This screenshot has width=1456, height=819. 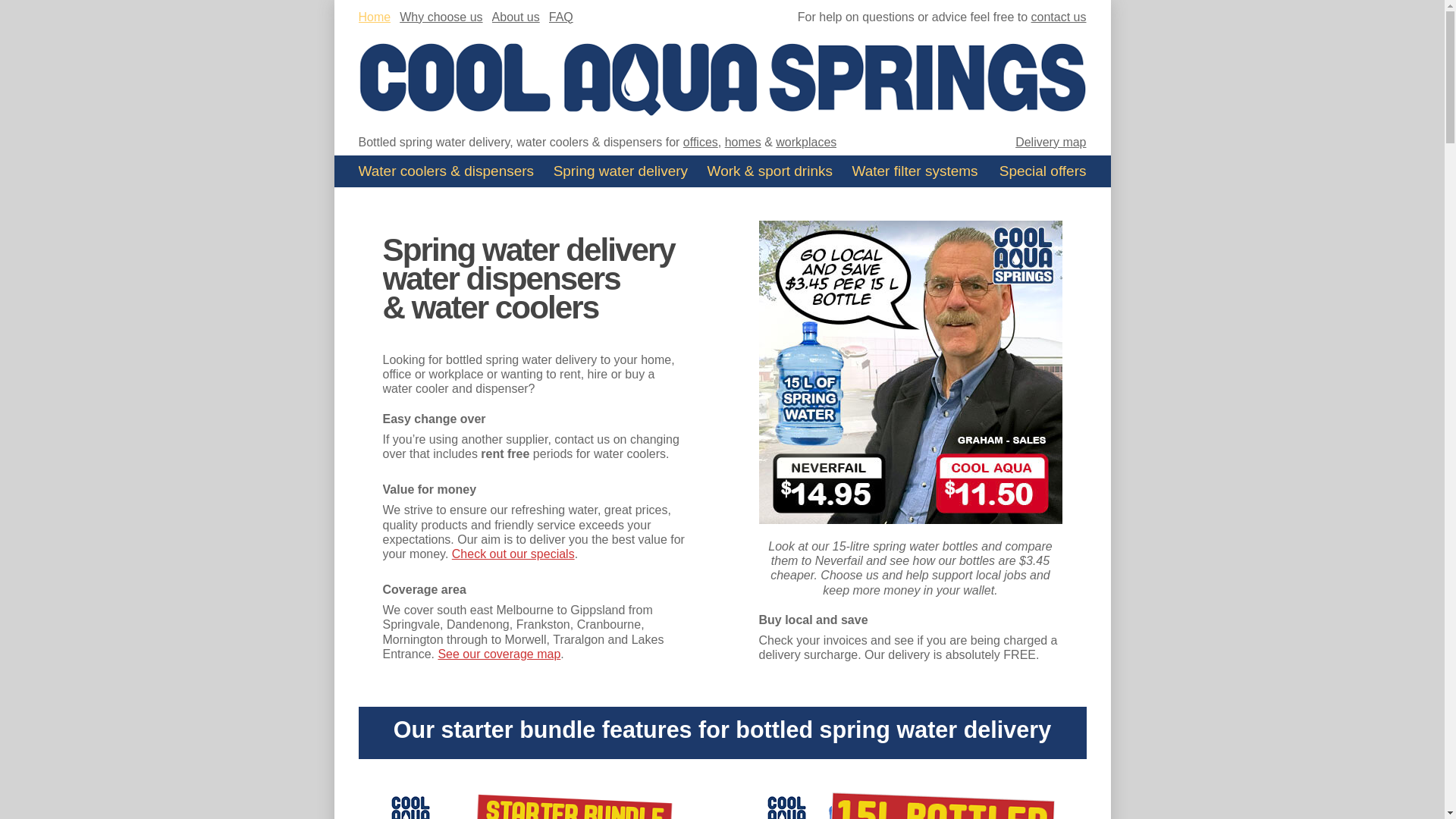 I want to click on 'Spring water delivery', so click(x=620, y=171).